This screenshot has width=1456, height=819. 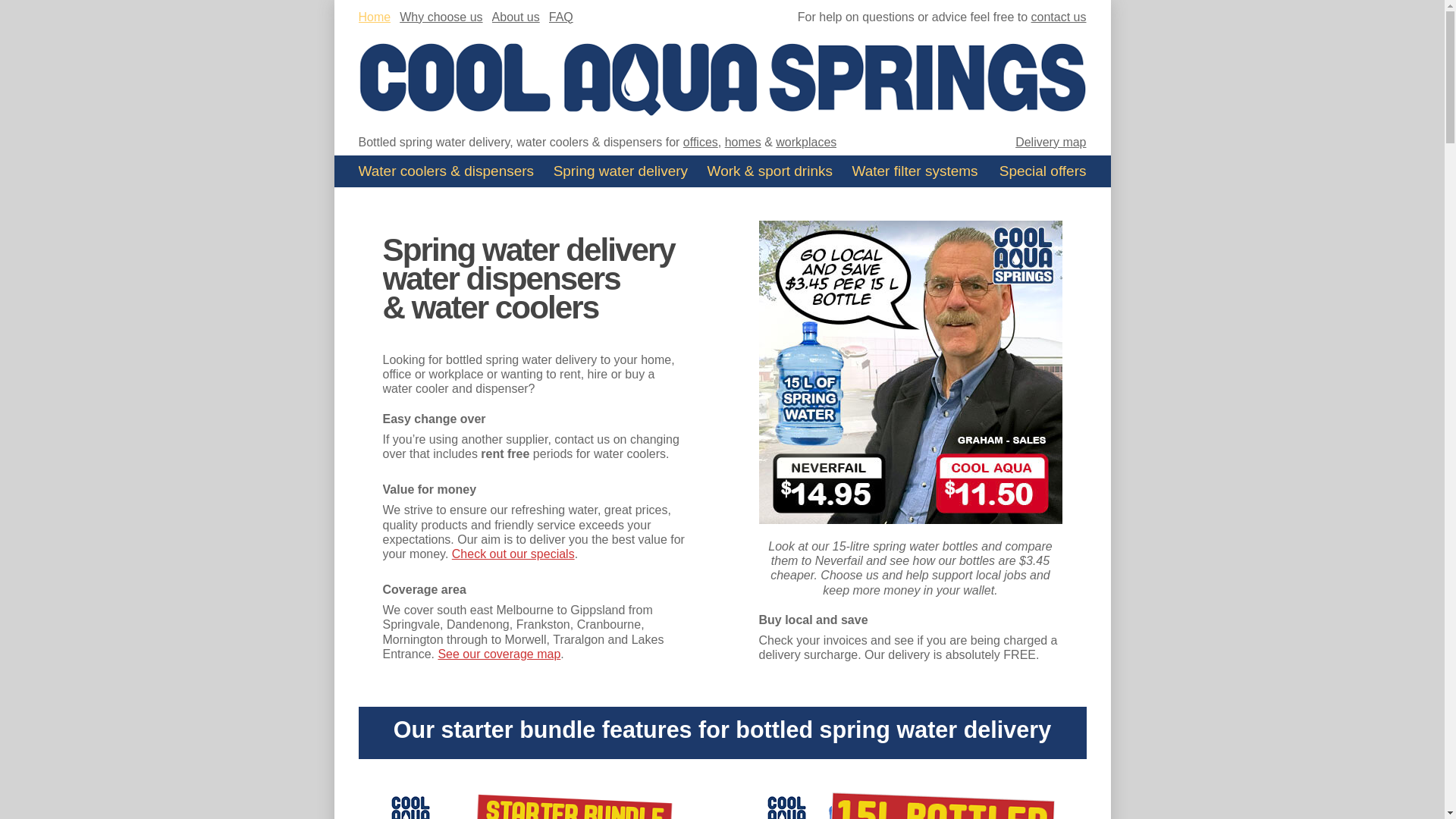 I want to click on 'Spring water delivery', so click(x=620, y=171).